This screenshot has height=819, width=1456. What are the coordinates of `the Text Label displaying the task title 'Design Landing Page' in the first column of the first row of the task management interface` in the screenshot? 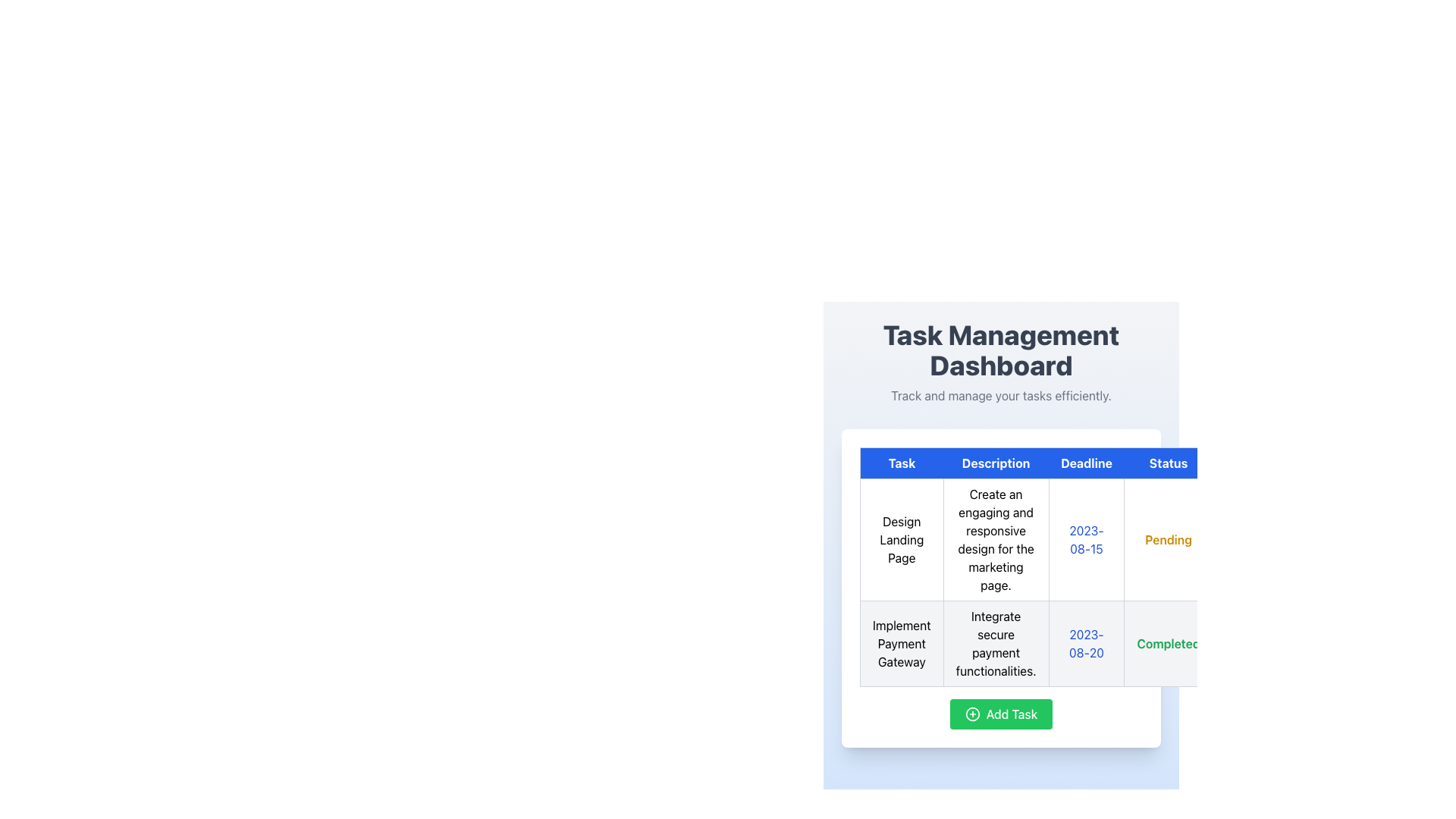 It's located at (902, 539).